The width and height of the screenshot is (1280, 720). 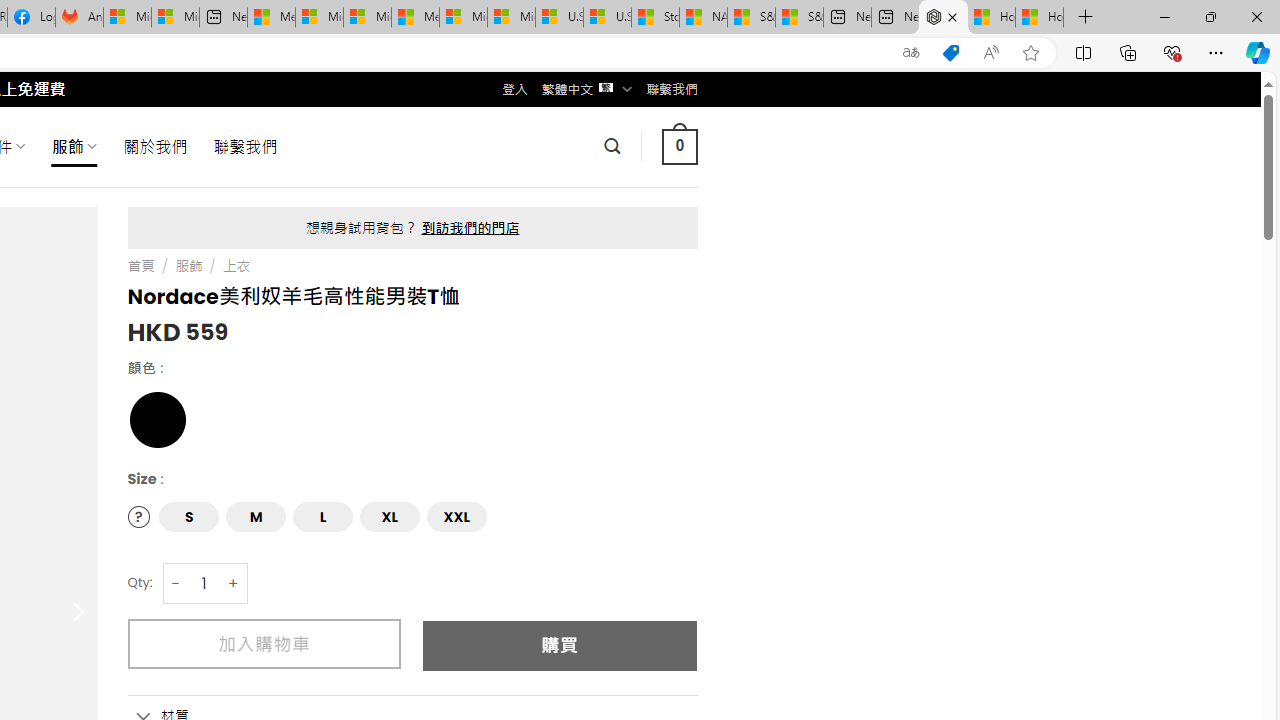 What do you see at coordinates (679, 145) in the screenshot?
I see `'  0  '` at bounding box center [679, 145].